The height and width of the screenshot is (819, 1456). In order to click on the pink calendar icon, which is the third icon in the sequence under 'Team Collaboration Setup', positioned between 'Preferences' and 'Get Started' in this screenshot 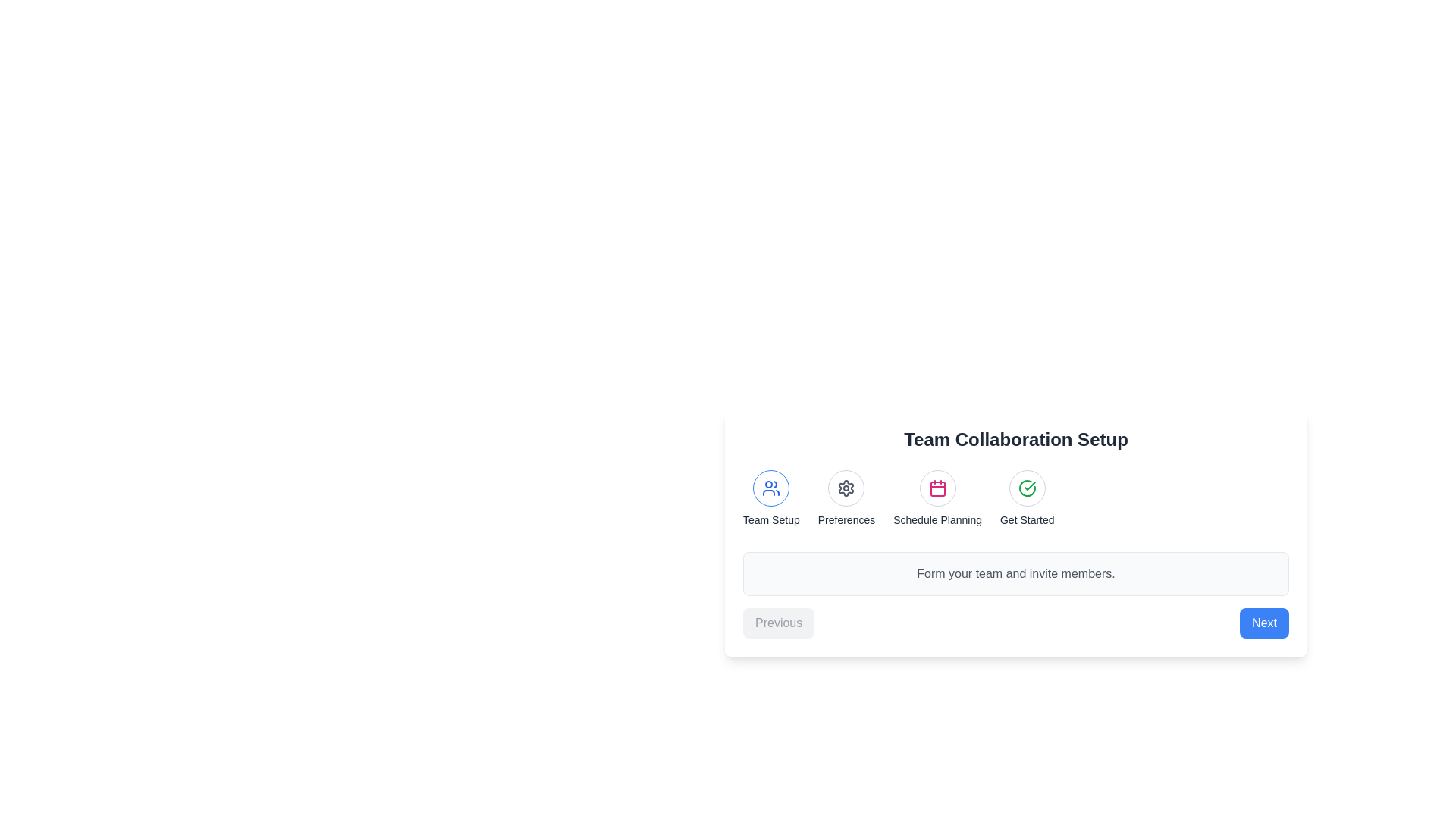, I will do `click(937, 488)`.